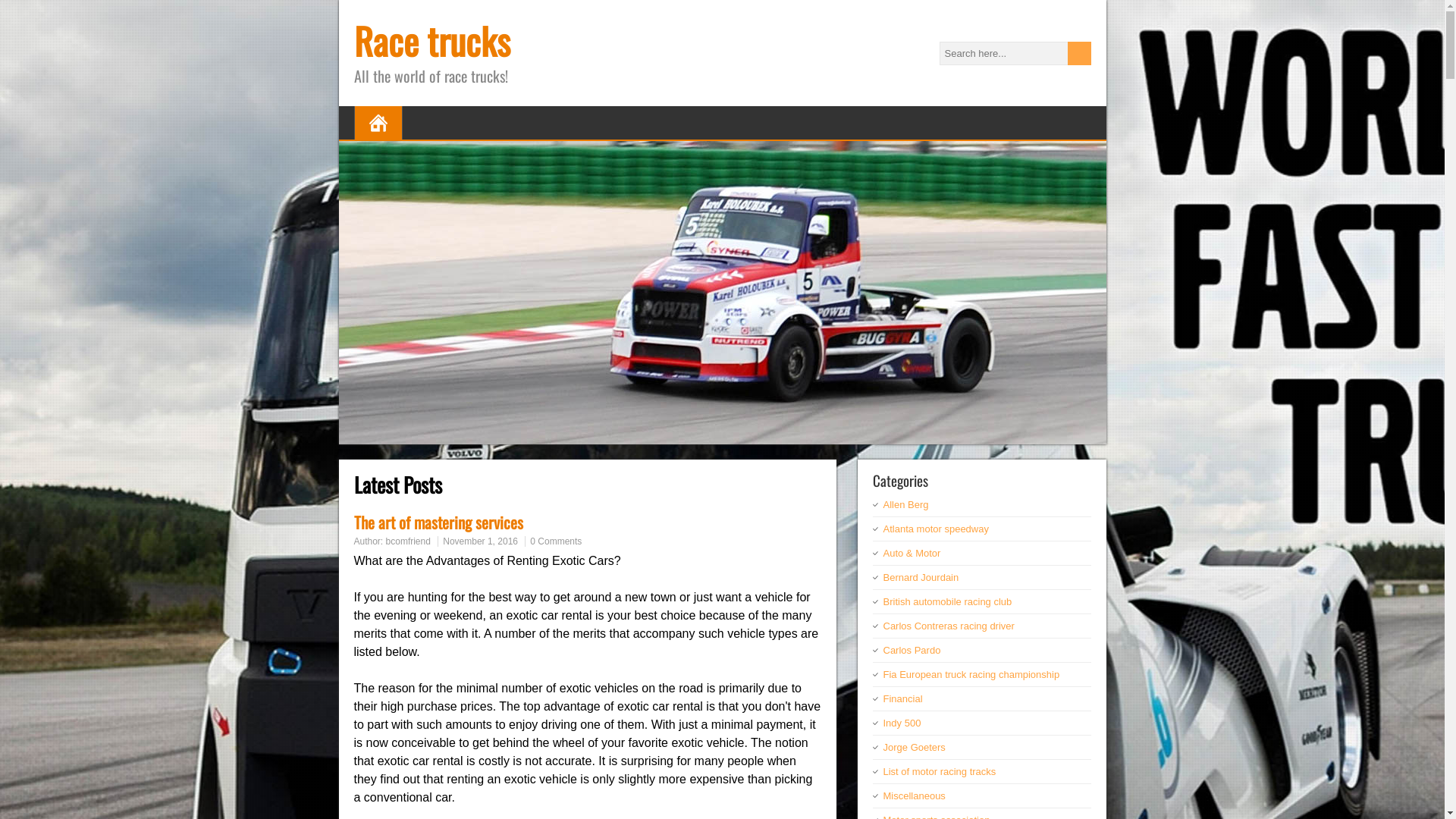 Image resolution: width=1456 pixels, height=819 pixels. Describe the element at coordinates (431, 39) in the screenshot. I see `'Race trucks'` at that location.